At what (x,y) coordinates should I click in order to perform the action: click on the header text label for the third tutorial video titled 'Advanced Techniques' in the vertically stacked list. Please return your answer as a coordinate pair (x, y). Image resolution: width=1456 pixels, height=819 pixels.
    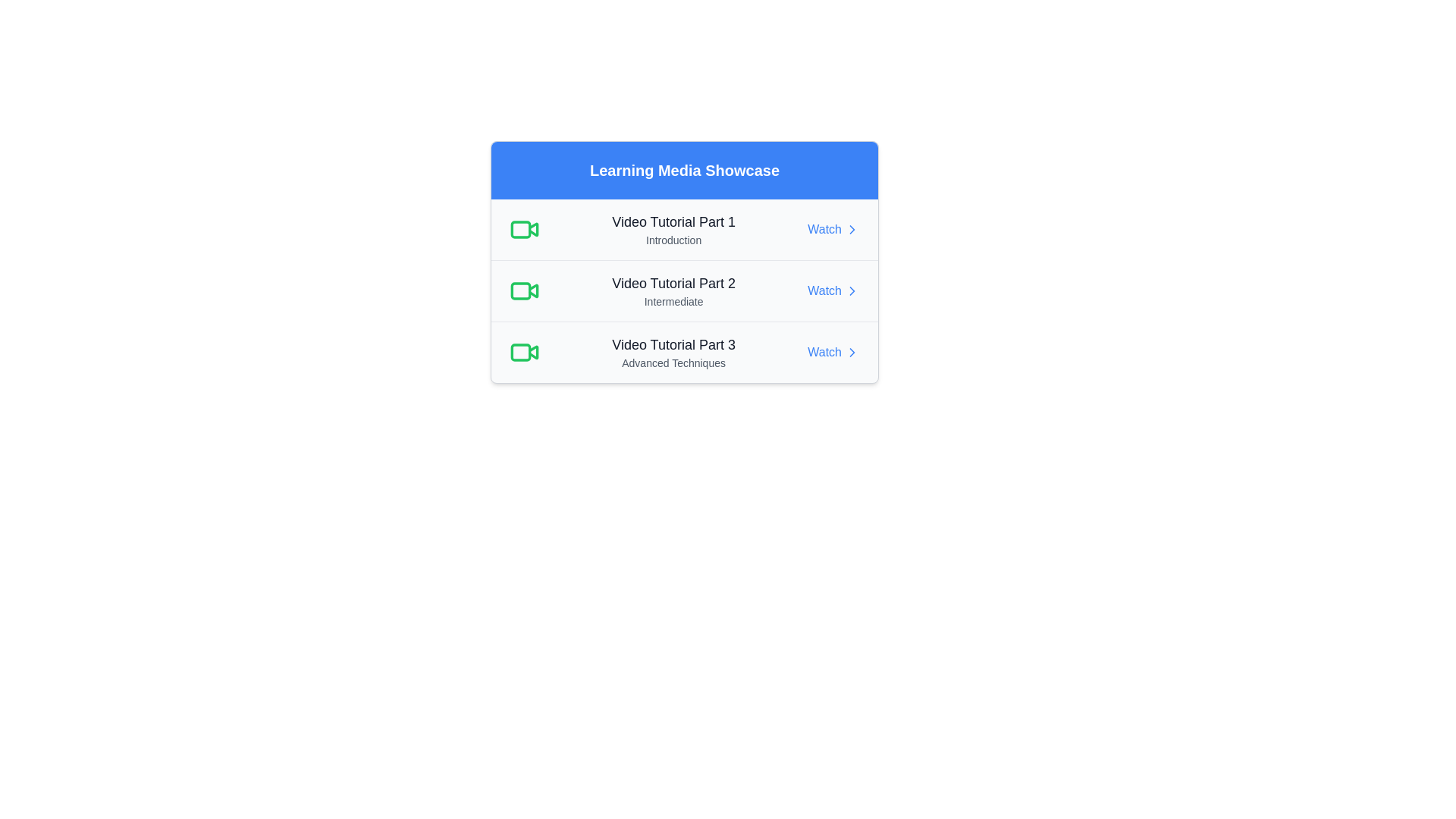
    Looking at the image, I should click on (673, 345).